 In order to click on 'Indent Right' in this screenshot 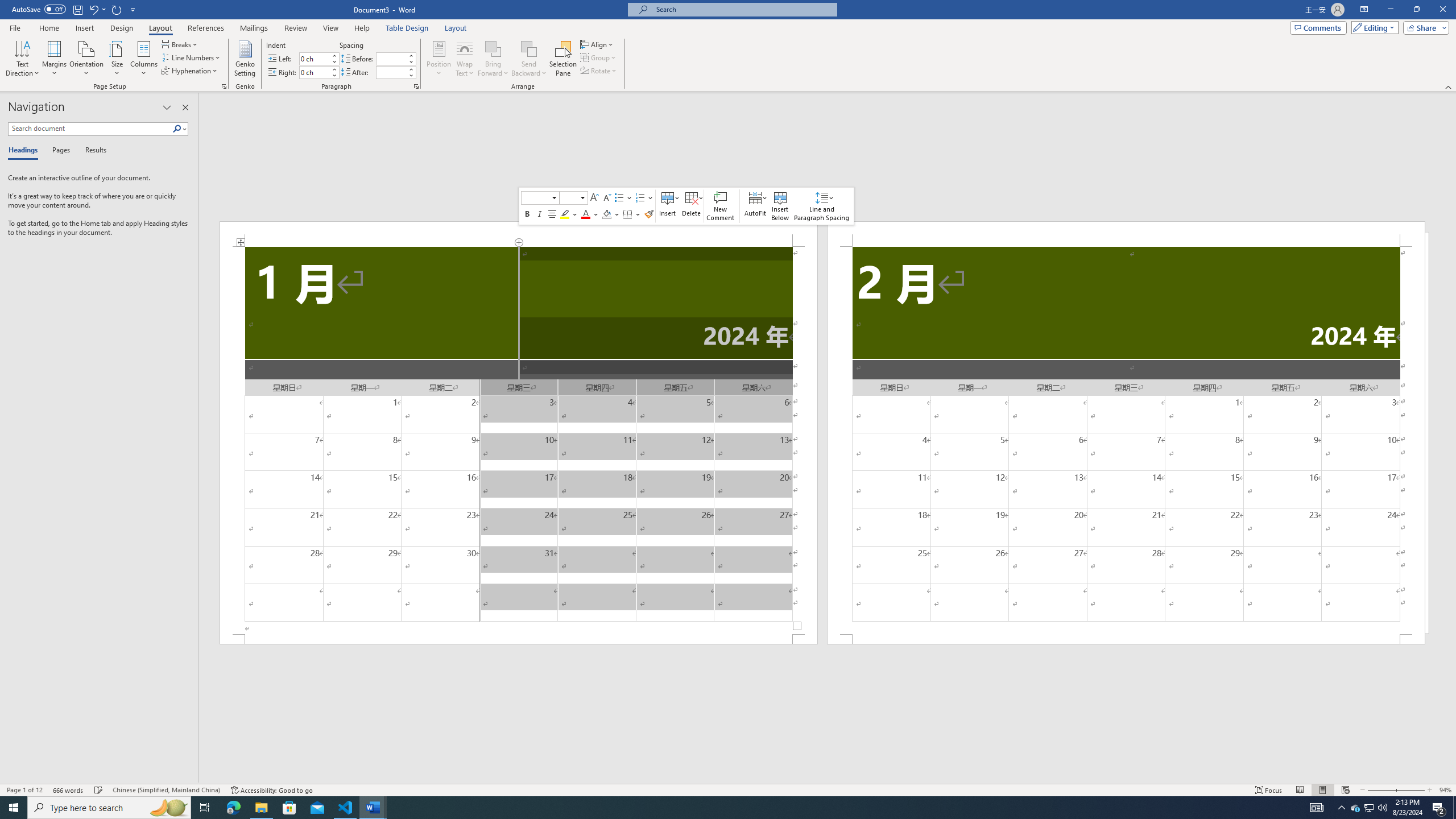, I will do `click(313, 72)`.